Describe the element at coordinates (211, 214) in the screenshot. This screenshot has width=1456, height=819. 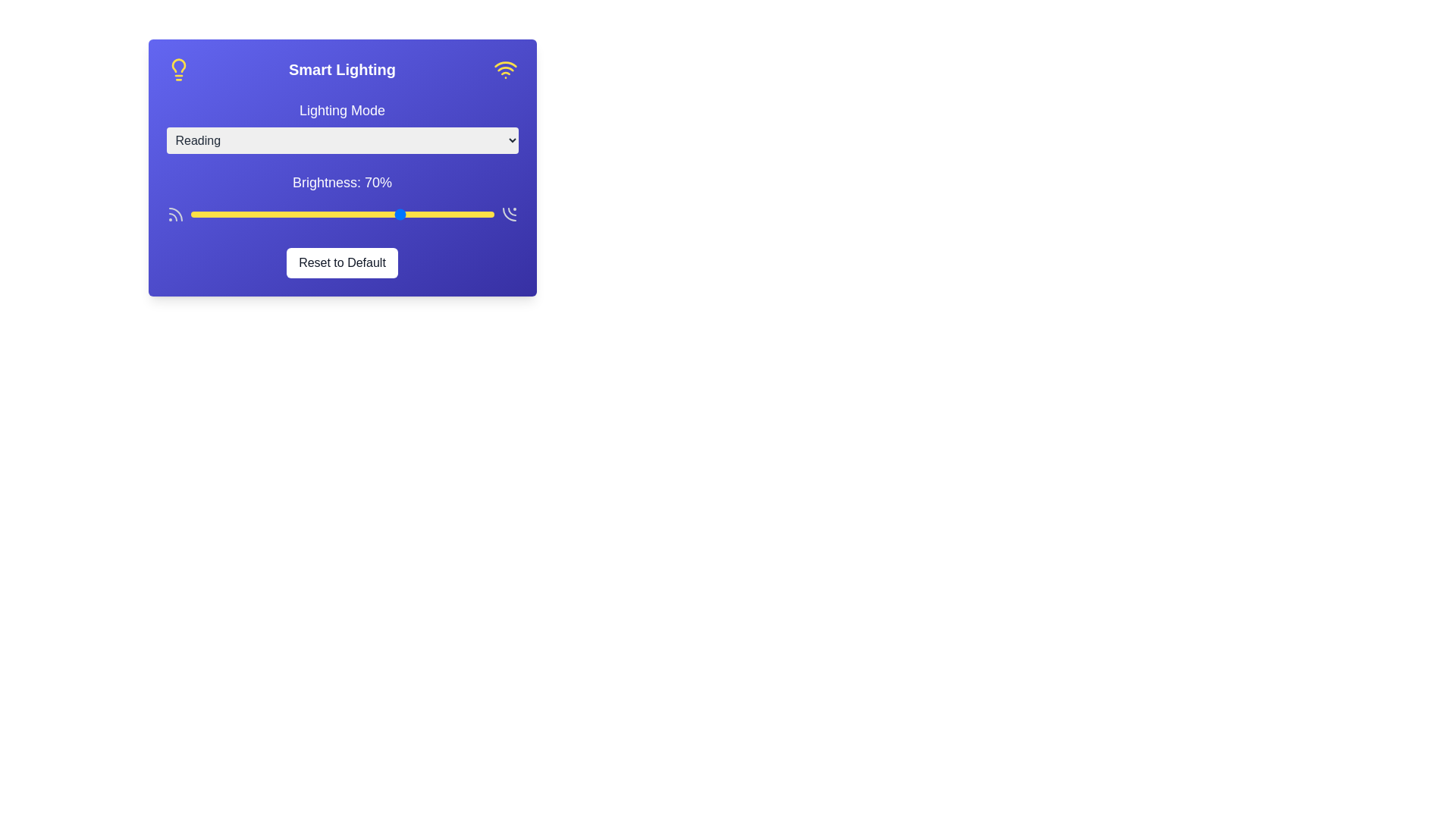
I see `the brightness slider to 7%` at that location.